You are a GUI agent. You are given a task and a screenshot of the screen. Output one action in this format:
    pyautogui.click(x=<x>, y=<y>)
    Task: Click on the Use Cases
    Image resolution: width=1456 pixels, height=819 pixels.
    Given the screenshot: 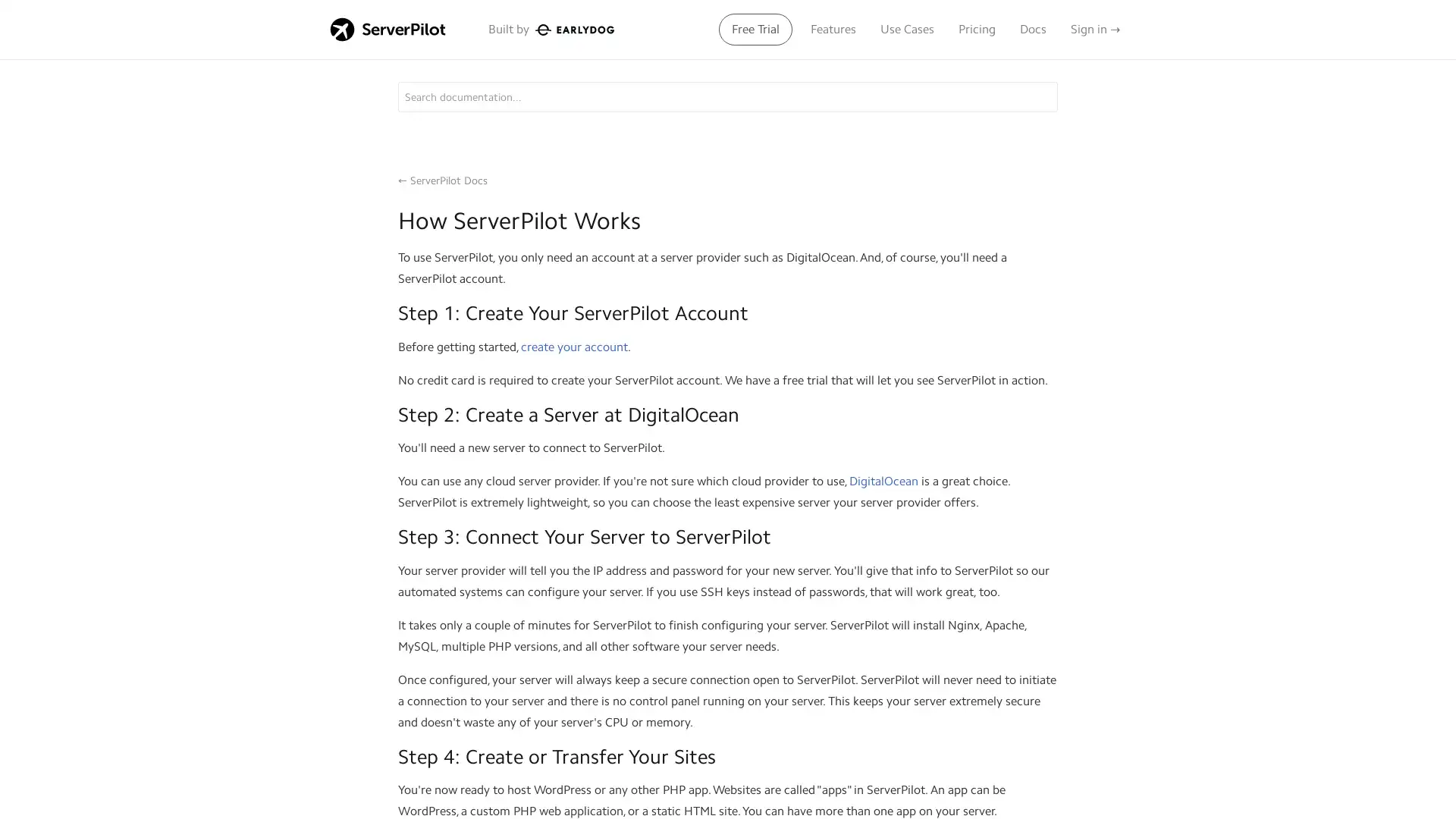 What is the action you would take?
    pyautogui.click(x=907, y=29)
    